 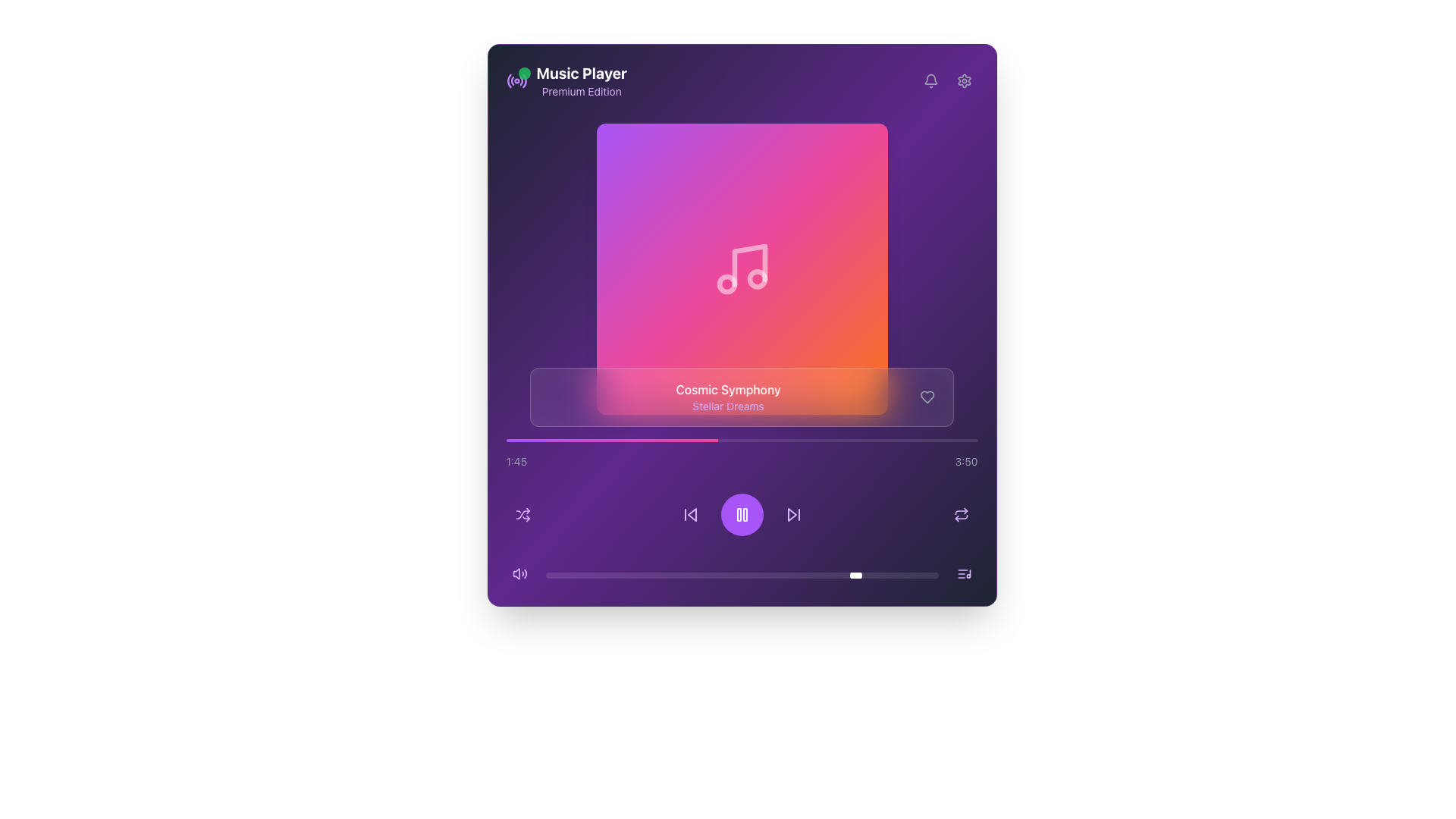 I want to click on the slider, so click(x=710, y=576).